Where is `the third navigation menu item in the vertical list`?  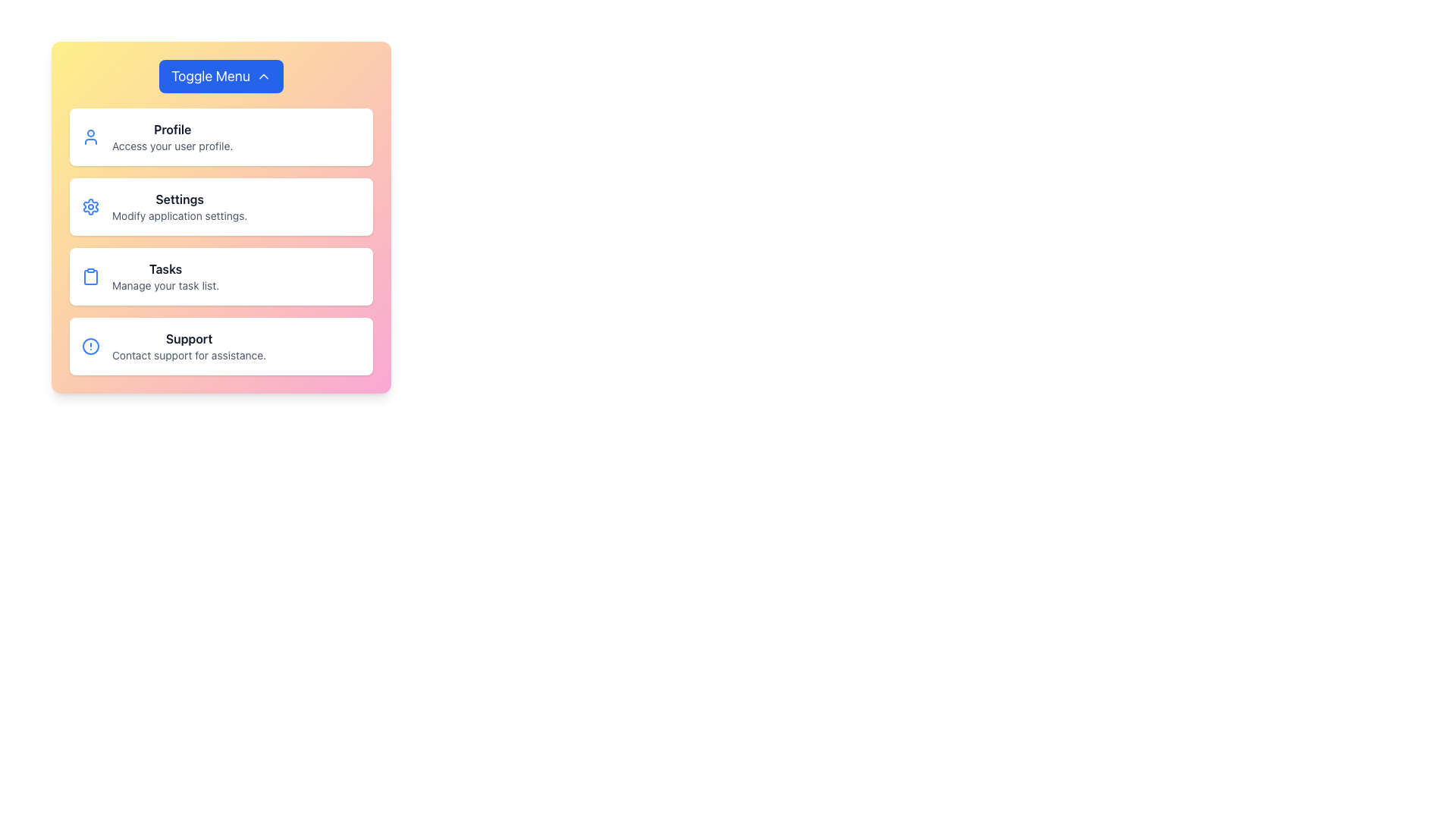
the third navigation menu item in the vertical list is located at coordinates (221, 277).